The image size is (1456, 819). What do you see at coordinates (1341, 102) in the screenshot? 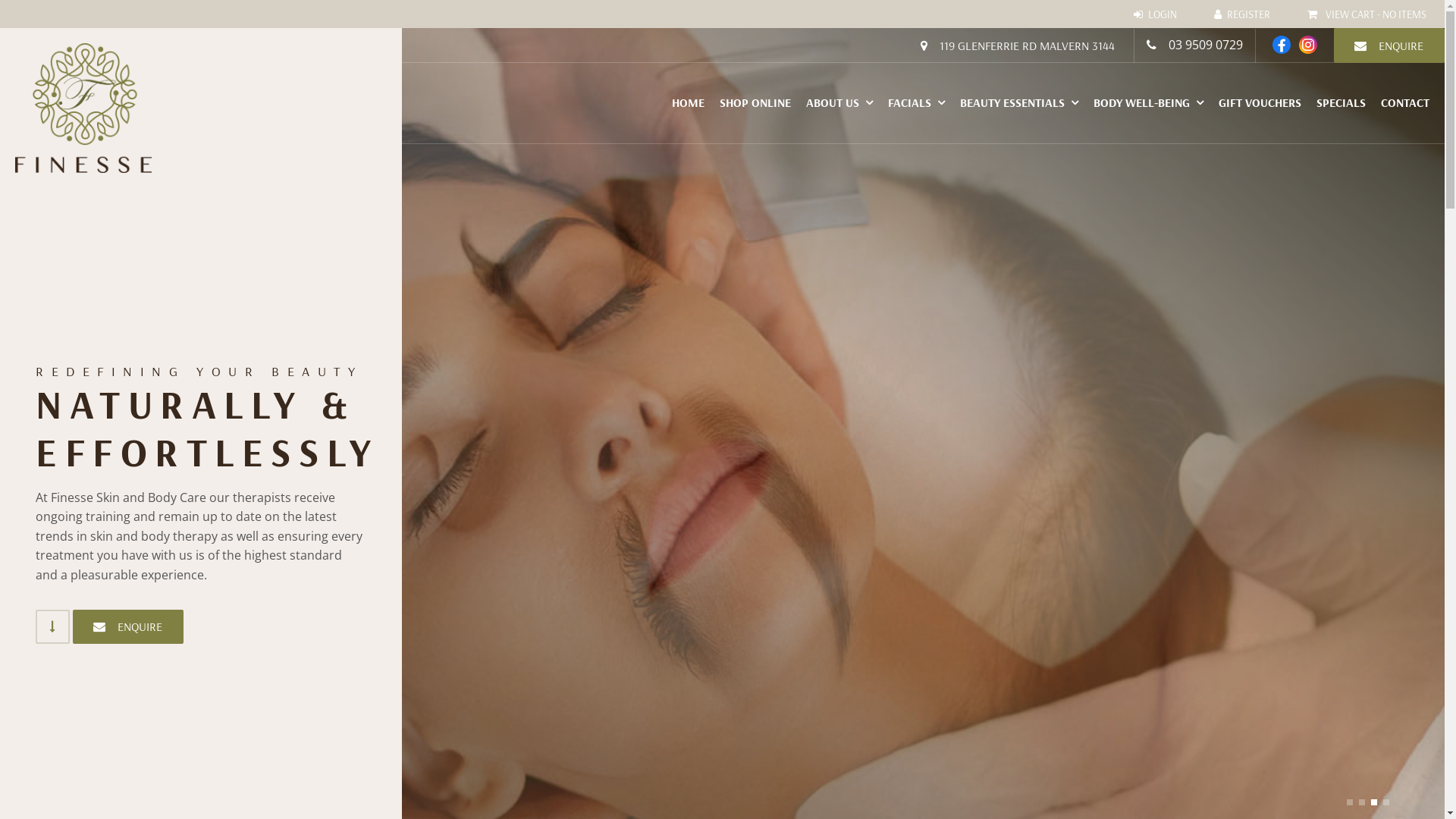
I see `'SPECIALS'` at bounding box center [1341, 102].